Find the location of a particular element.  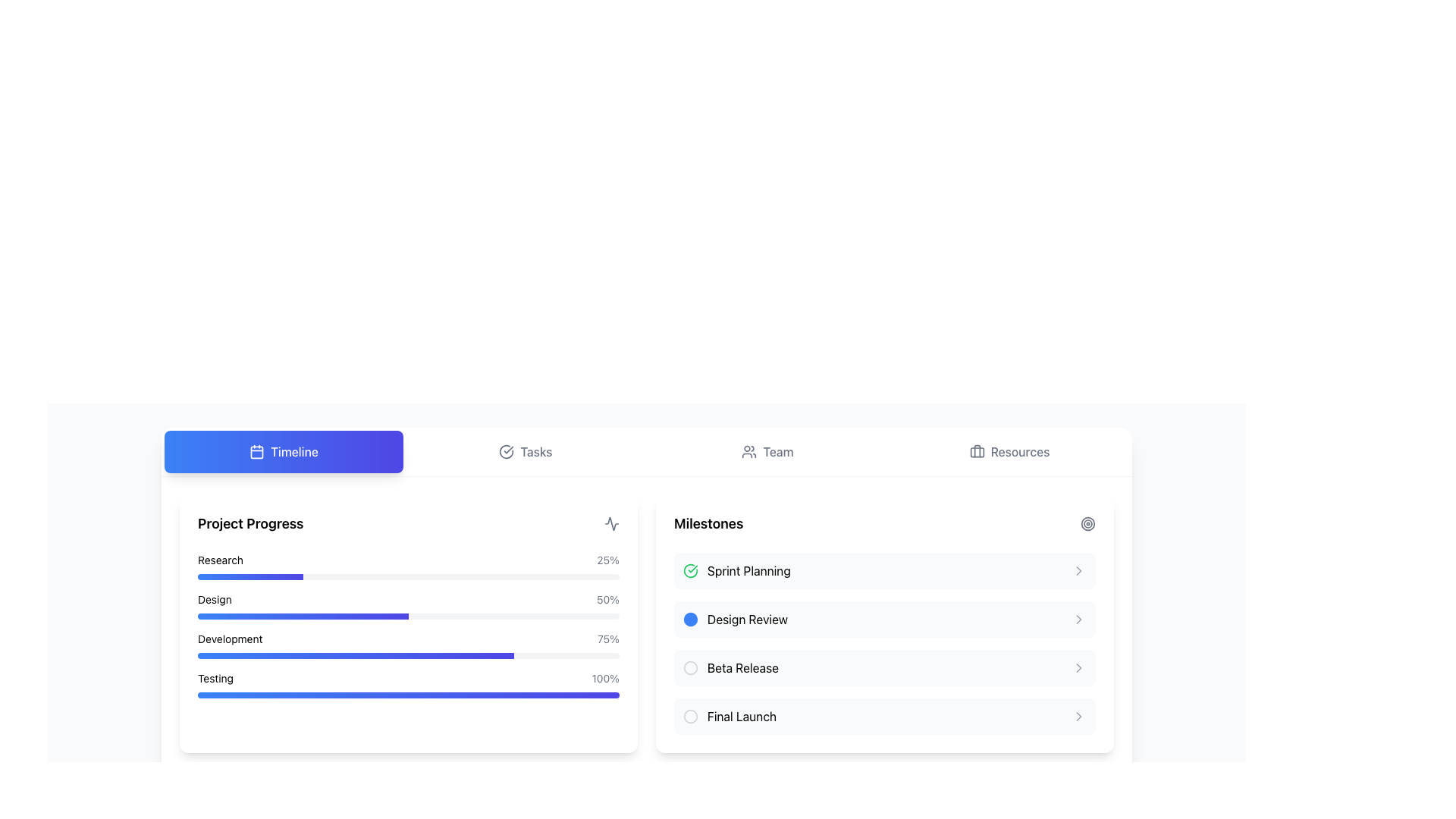

the 'Beta Release' milestone card, the third item in the 'Milestones' list is located at coordinates (884, 667).